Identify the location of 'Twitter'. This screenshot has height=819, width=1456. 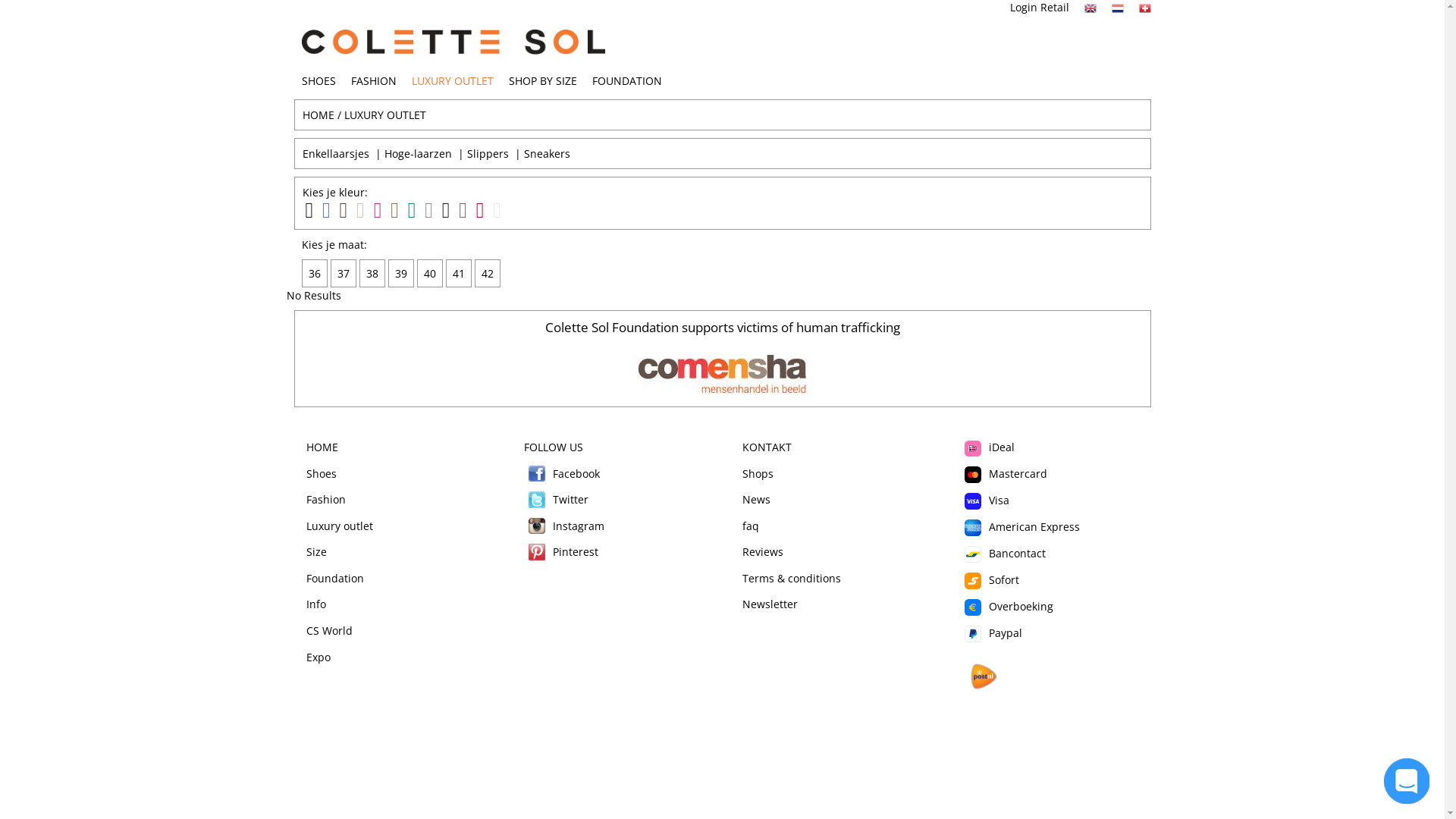
(537, 500).